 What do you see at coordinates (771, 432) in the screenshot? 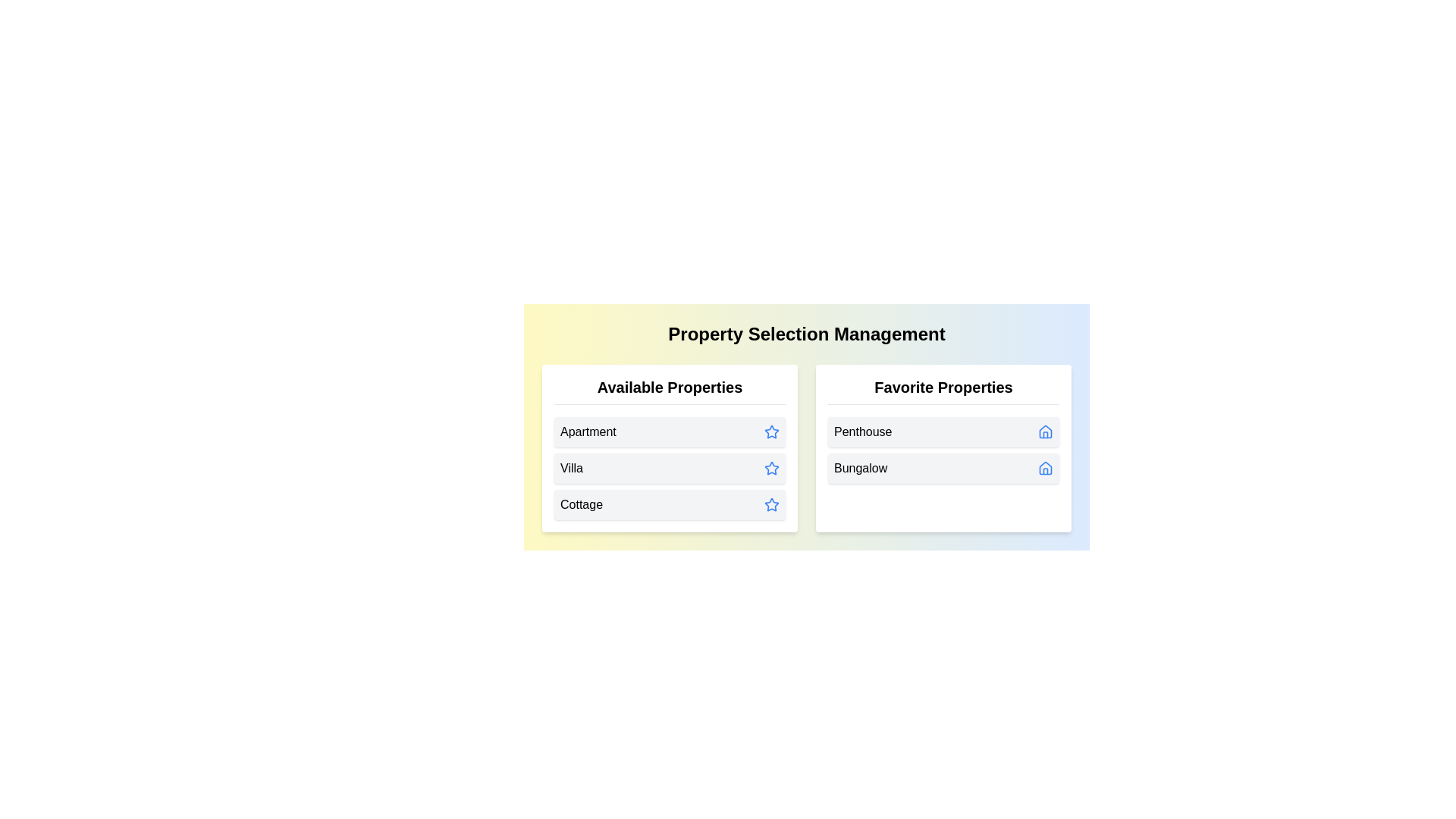
I see `star icon next to the property Apartment in the 'Available Properties' list to transfer it to 'Favorite Properties'` at bounding box center [771, 432].